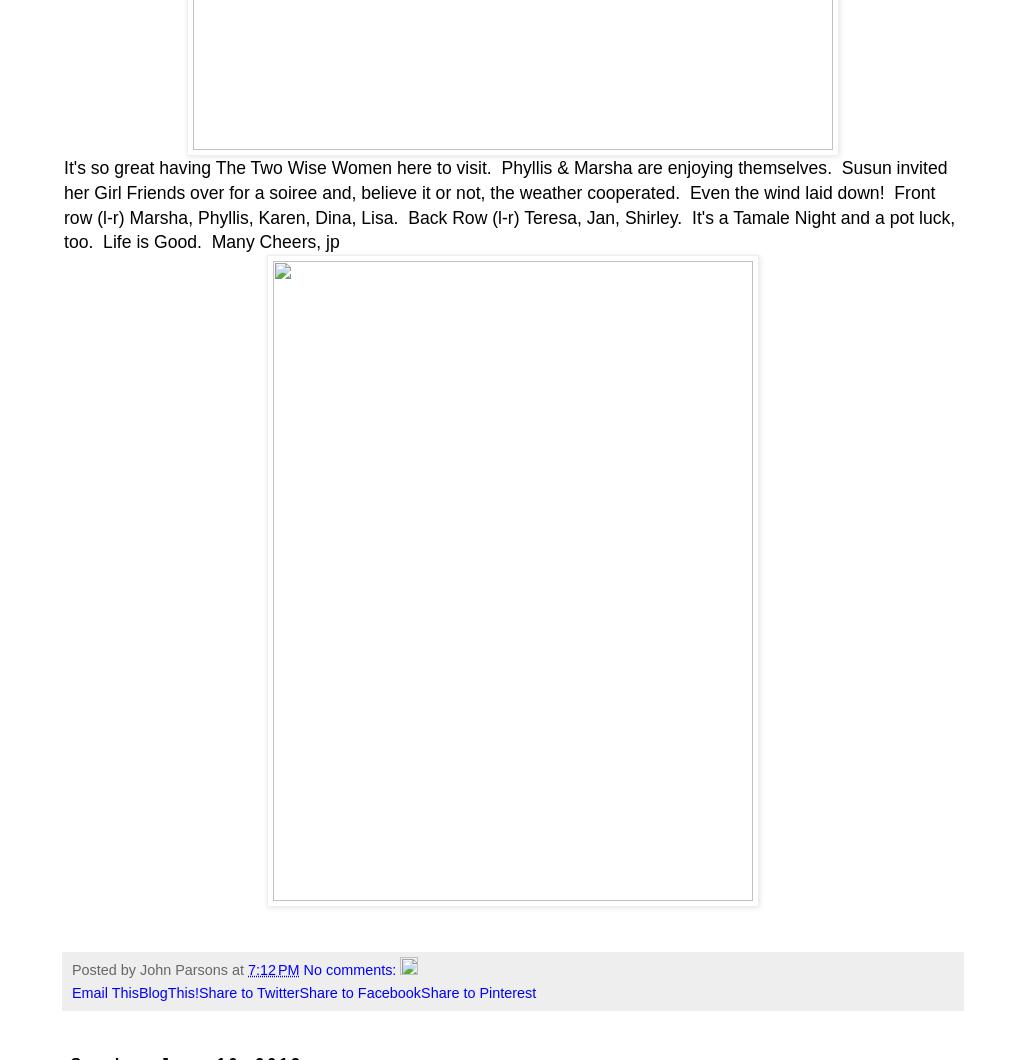 Image resolution: width=1018 pixels, height=1060 pixels. Describe the element at coordinates (246, 969) in the screenshot. I see `'7:12 PM'` at that location.